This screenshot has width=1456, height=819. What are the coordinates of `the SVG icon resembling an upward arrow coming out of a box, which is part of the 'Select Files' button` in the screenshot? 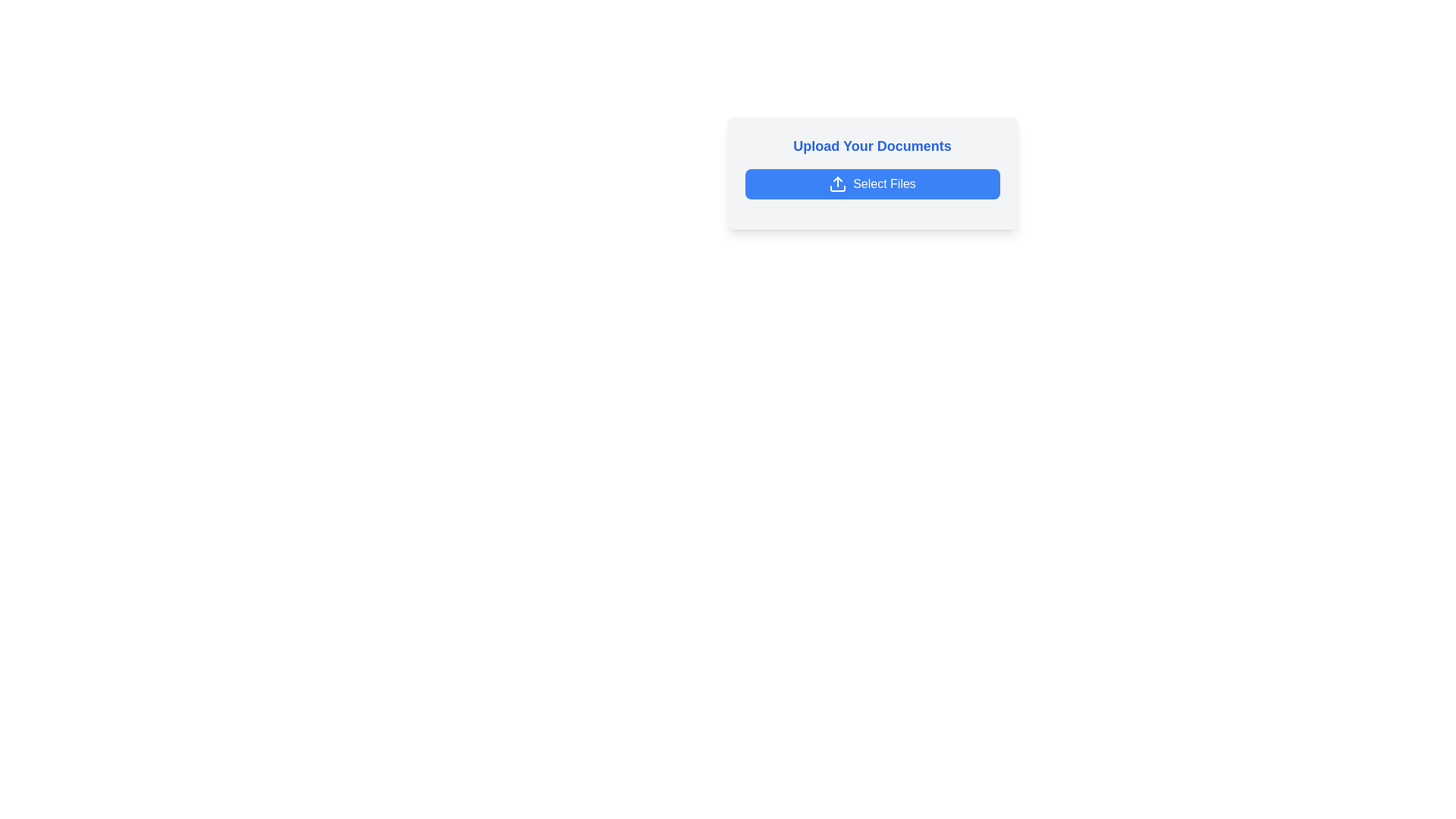 It's located at (837, 184).